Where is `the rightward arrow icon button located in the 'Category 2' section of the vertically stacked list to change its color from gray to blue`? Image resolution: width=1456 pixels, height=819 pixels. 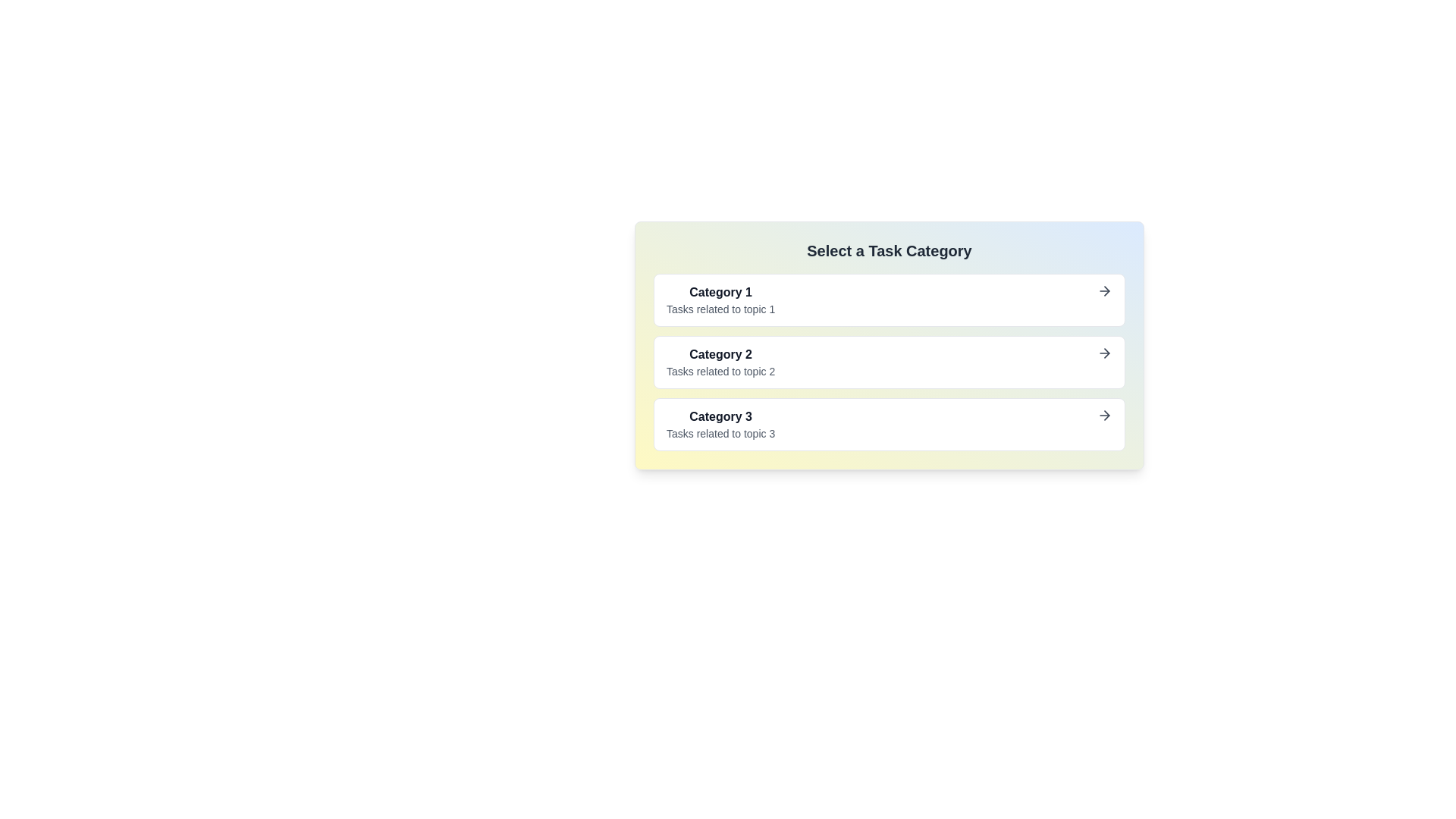
the rightward arrow icon button located in the 'Category 2' section of the vertically stacked list to change its color from gray to blue is located at coordinates (1105, 353).